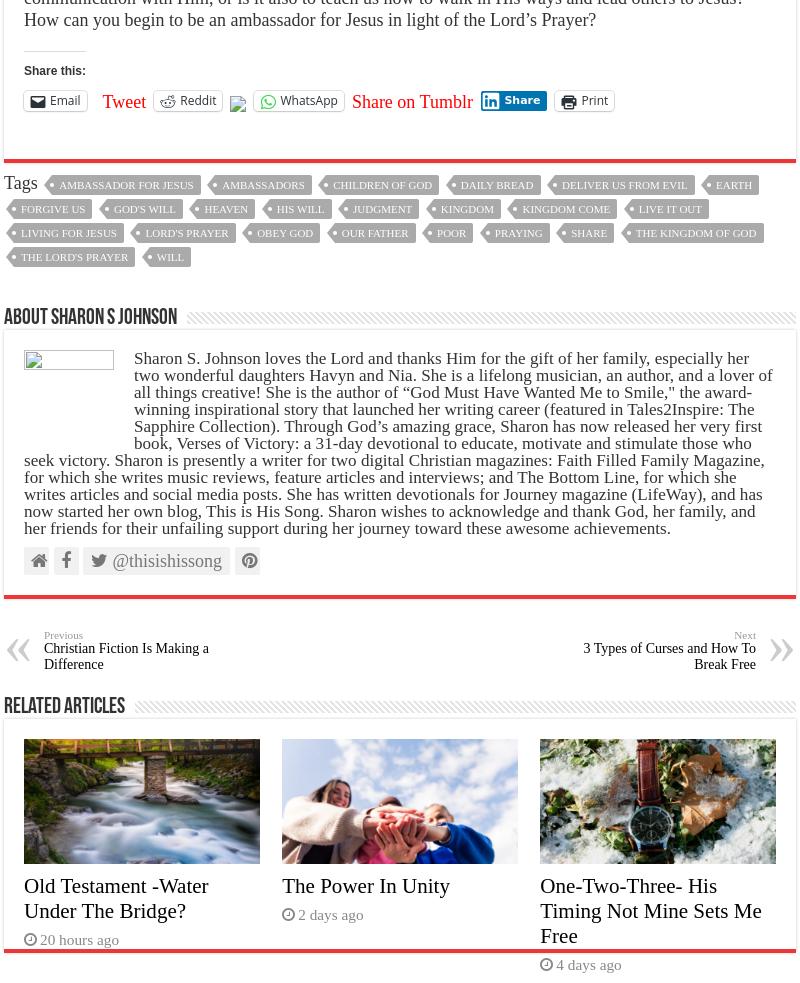 Image resolution: width=800 pixels, height=983 pixels. I want to click on 'Reddit', so click(197, 99).